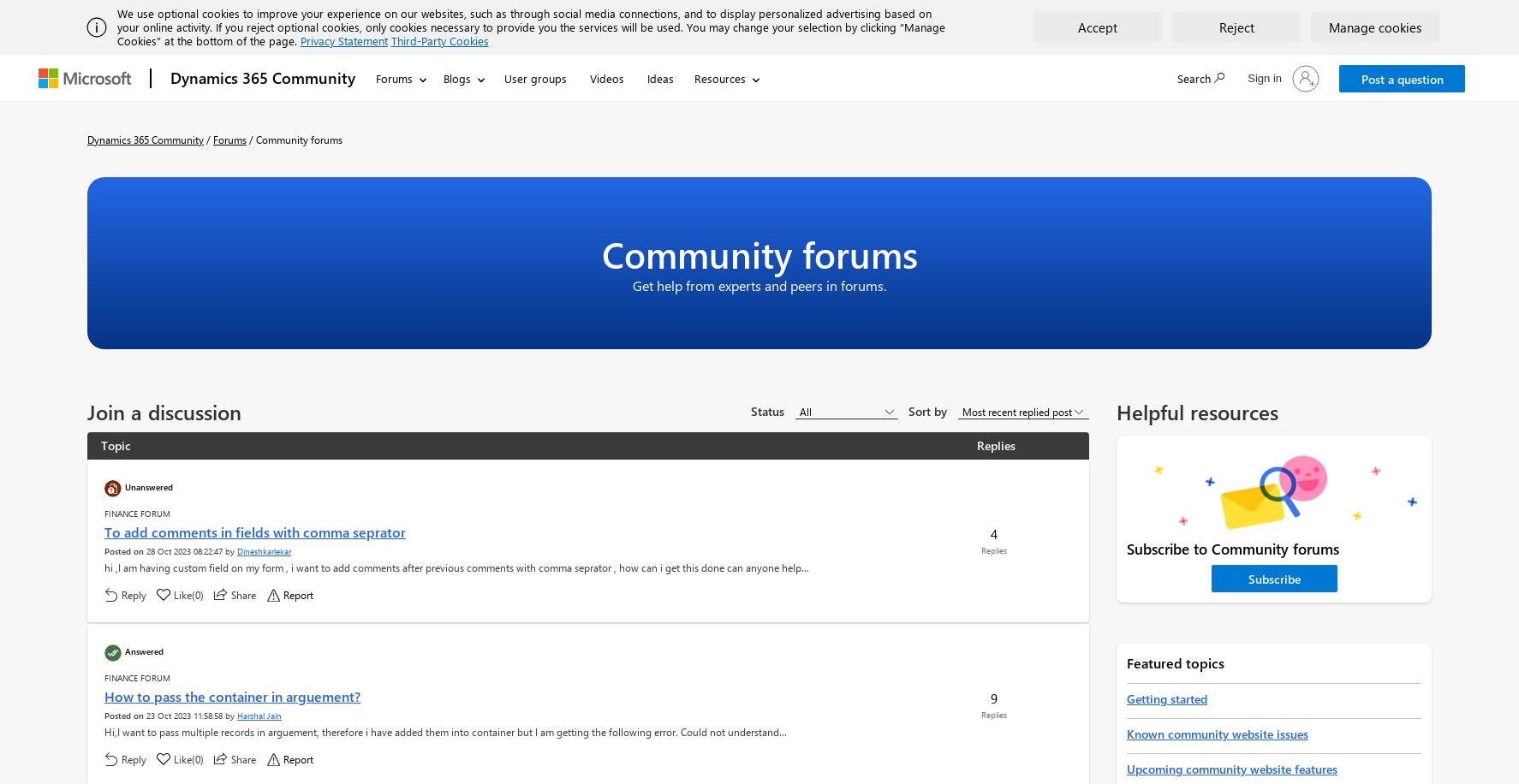 The height and width of the screenshot is (784, 1519). Describe the element at coordinates (183, 716) in the screenshot. I see `'23 Oct 2023 11:58:58'` at that location.